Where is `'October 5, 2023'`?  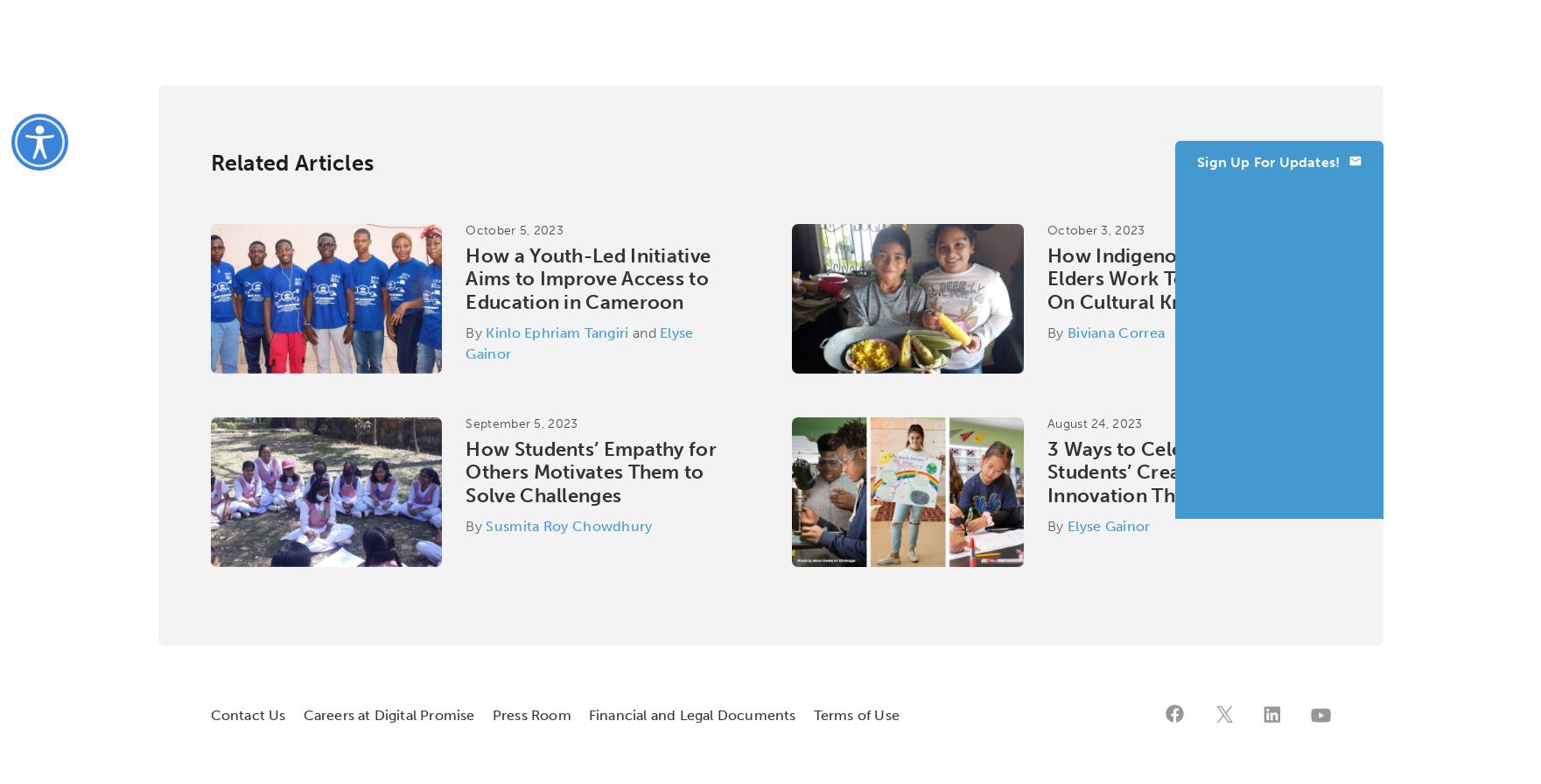
'October 5, 2023' is located at coordinates (514, 230).